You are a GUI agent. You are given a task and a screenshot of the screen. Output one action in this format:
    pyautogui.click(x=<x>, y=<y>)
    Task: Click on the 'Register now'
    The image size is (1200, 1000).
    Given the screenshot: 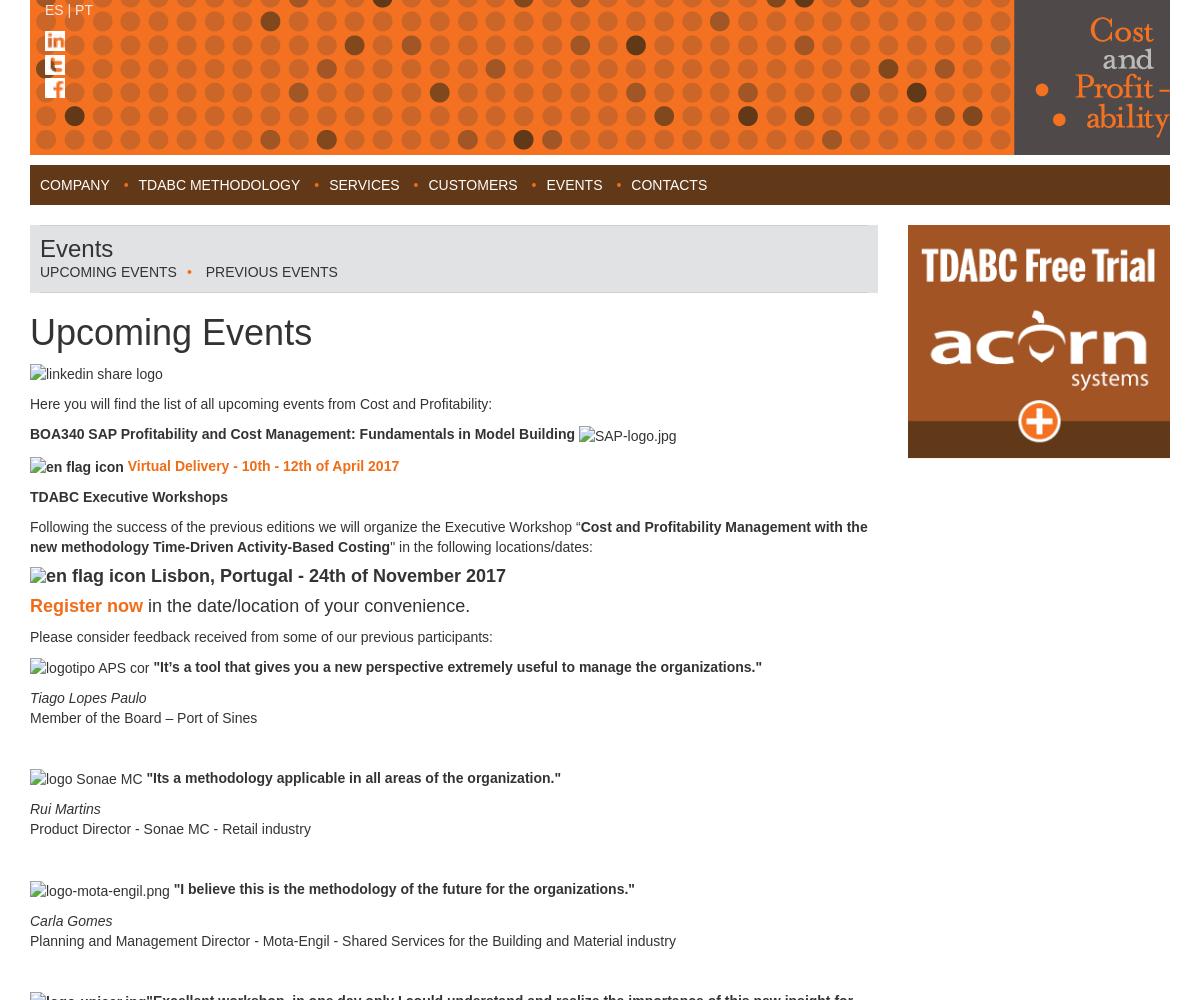 What is the action you would take?
    pyautogui.click(x=30, y=605)
    